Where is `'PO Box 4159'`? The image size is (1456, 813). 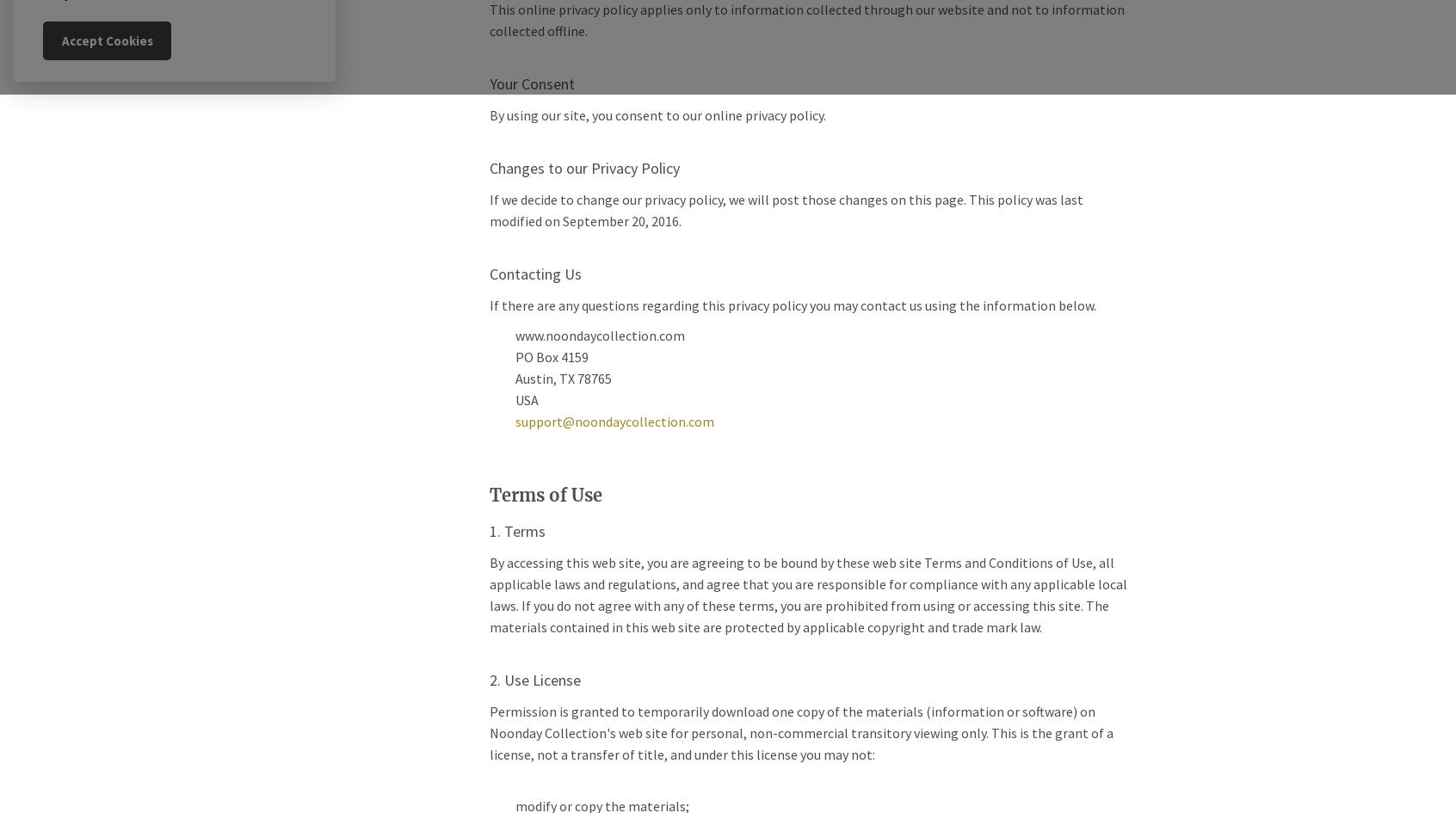 'PO Box 4159' is located at coordinates (551, 357).